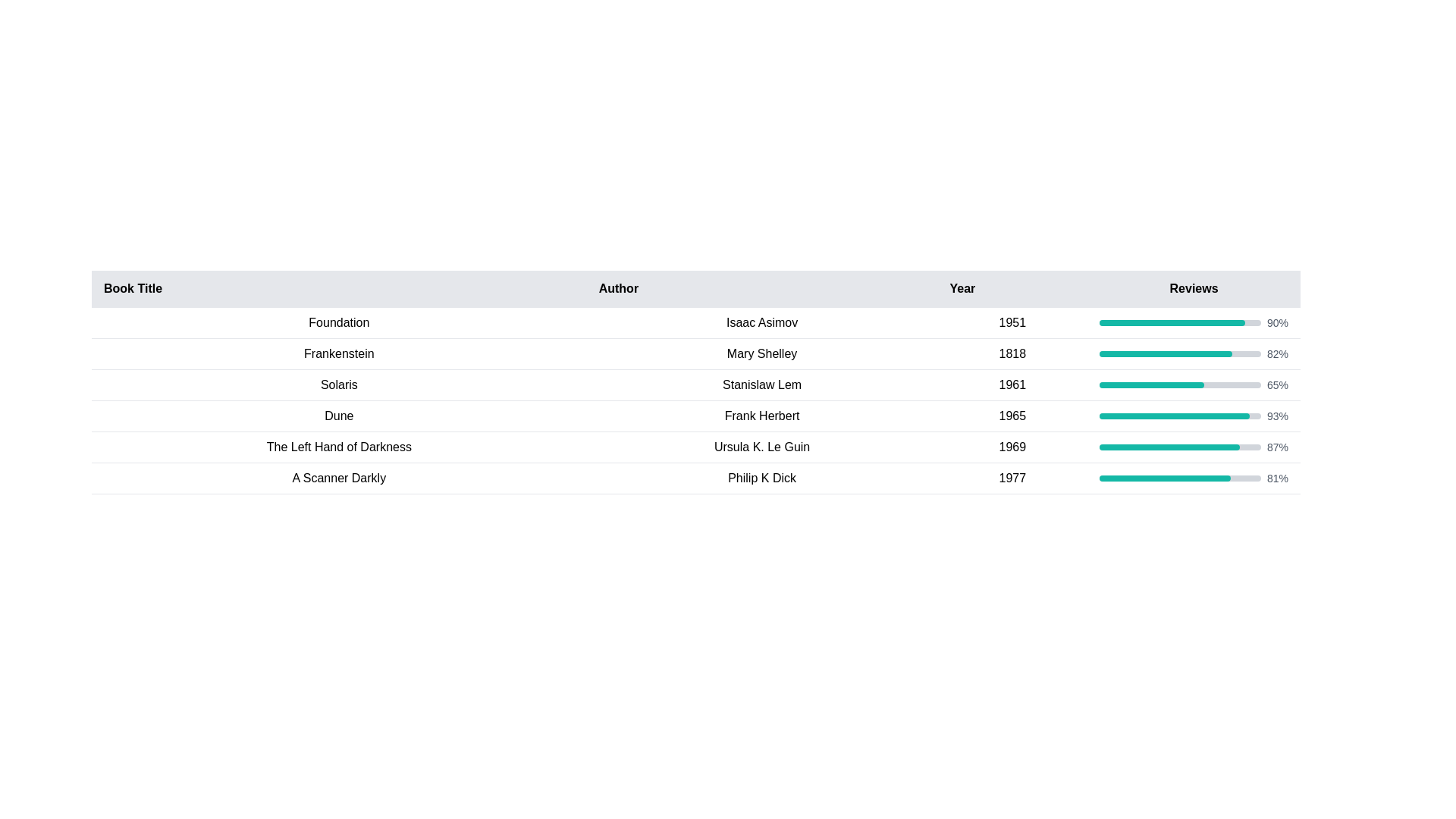 The image size is (1456, 819). I want to click on the horizontal progress bar that is styled with a rounded structure, featuring a light gray background and a teal-filled portion indicating 87% completion, so click(1179, 447).